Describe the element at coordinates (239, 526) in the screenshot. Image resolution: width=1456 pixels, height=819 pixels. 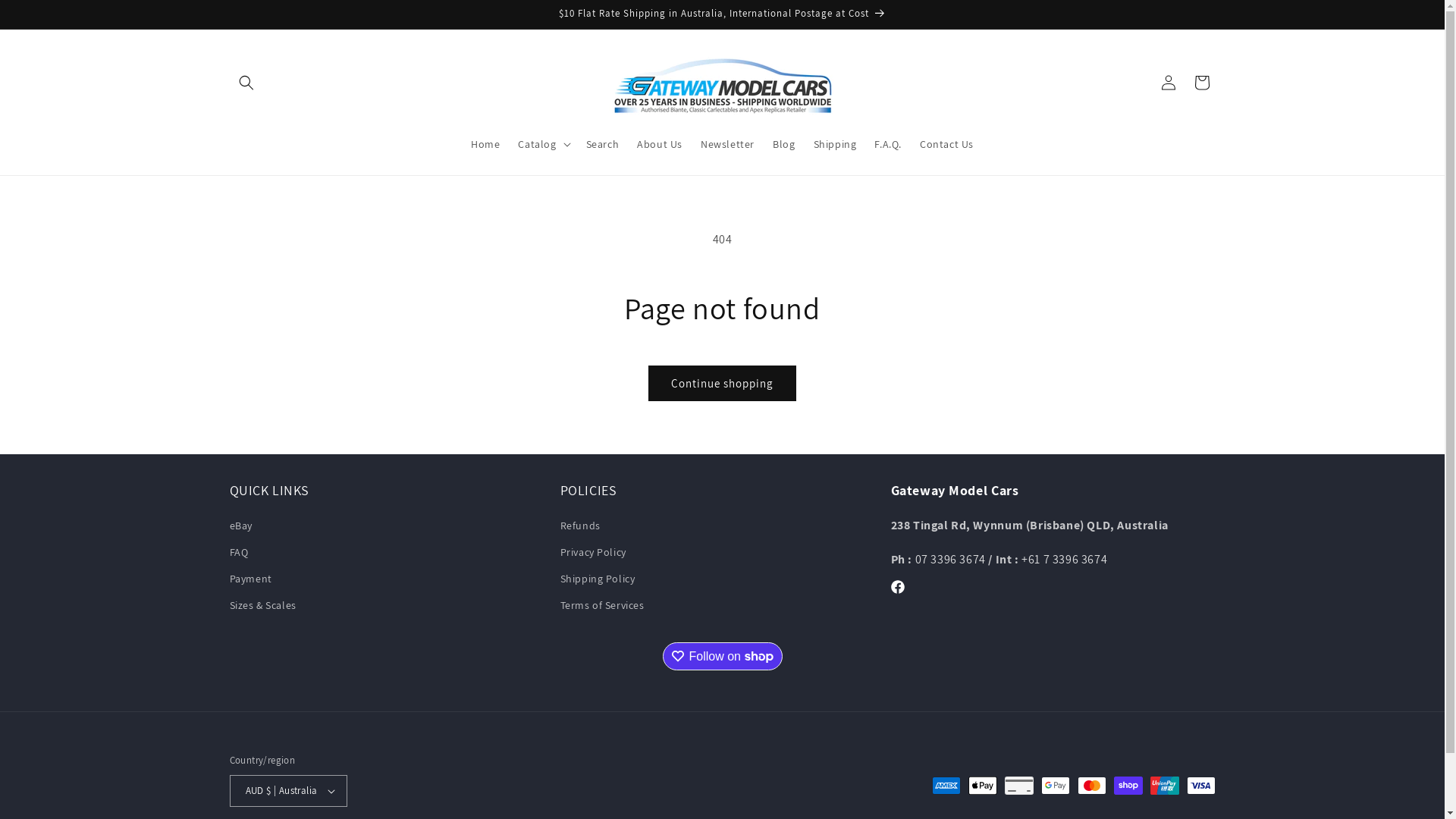
I see `'eBay'` at that location.